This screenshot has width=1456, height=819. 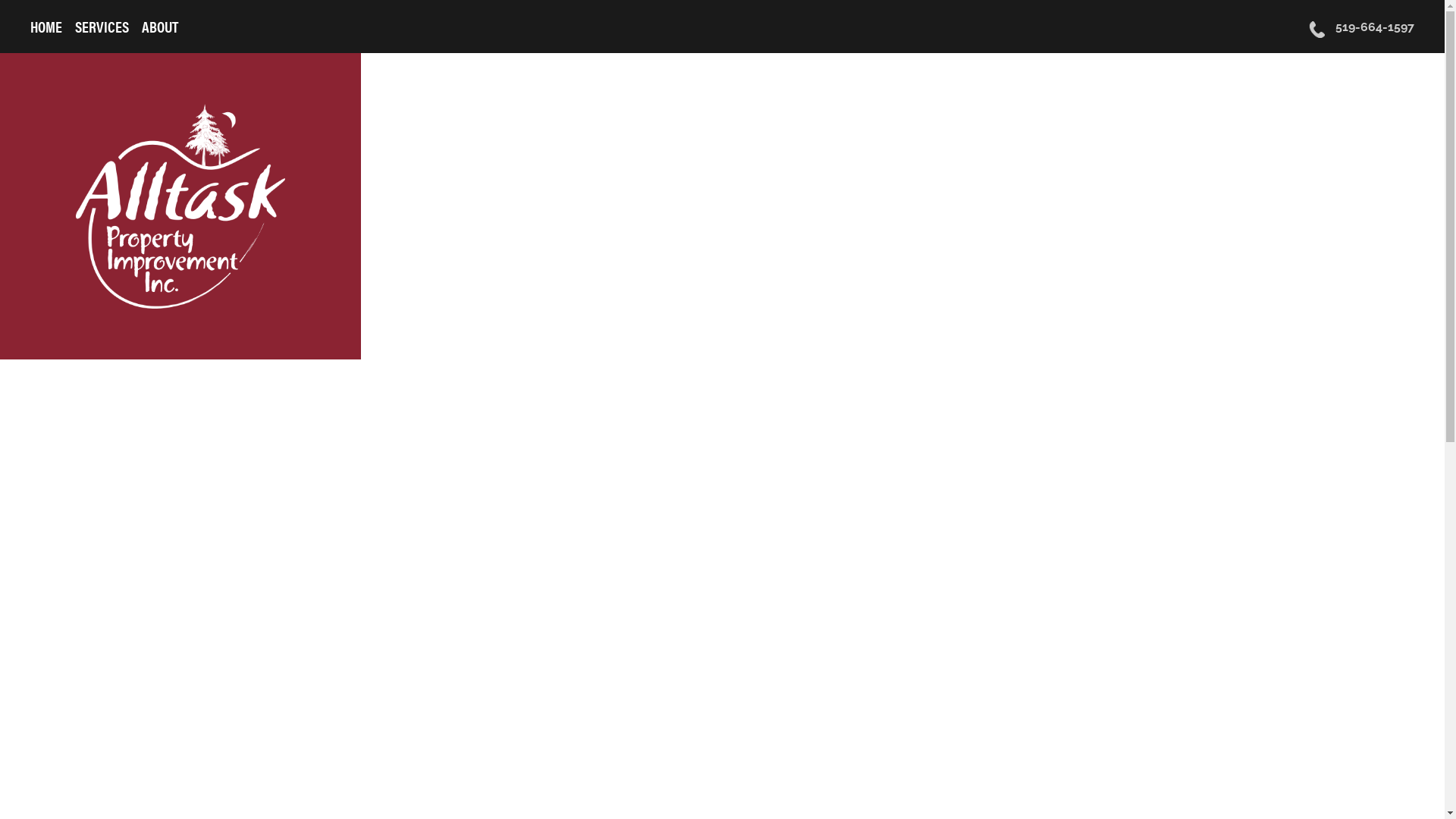 What do you see at coordinates (46, 26) in the screenshot?
I see `'HOME'` at bounding box center [46, 26].